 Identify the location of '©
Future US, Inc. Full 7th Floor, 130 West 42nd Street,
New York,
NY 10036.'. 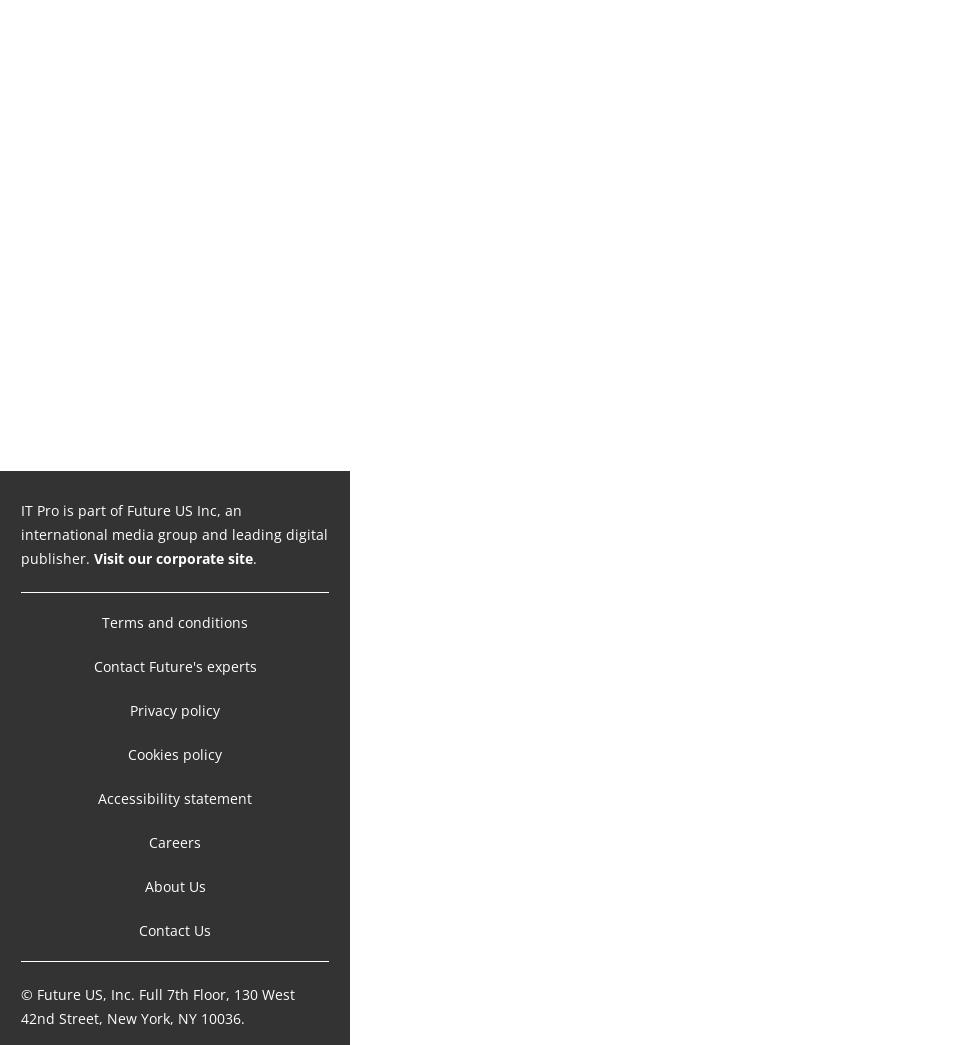
(20, 984).